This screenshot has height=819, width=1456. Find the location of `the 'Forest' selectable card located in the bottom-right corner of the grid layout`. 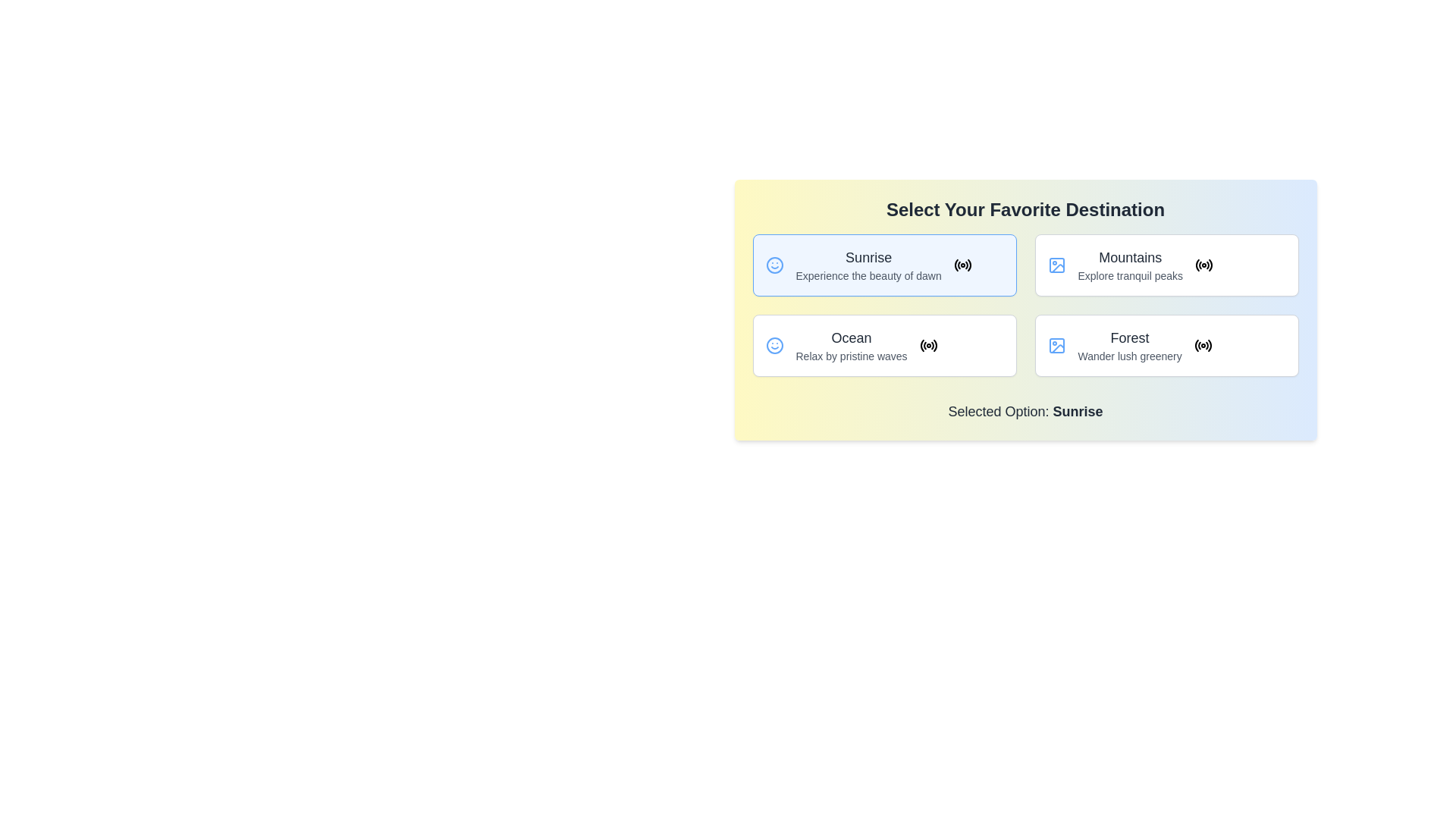

the 'Forest' selectable card located in the bottom-right corner of the grid layout is located at coordinates (1166, 345).